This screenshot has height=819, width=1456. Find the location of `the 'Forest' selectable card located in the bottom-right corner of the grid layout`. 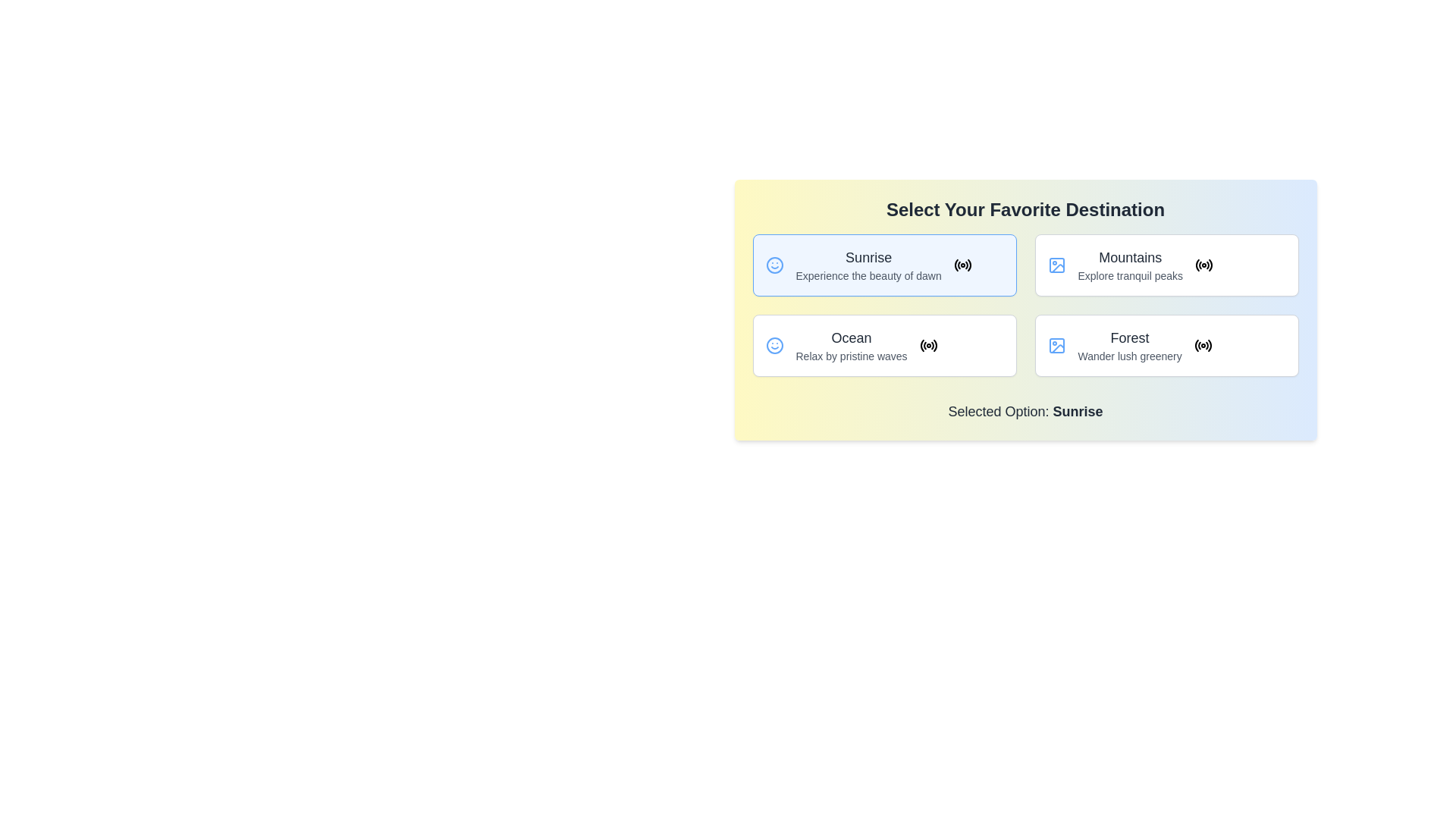

the 'Forest' selectable card located in the bottom-right corner of the grid layout is located at coordinates (1166, 345).